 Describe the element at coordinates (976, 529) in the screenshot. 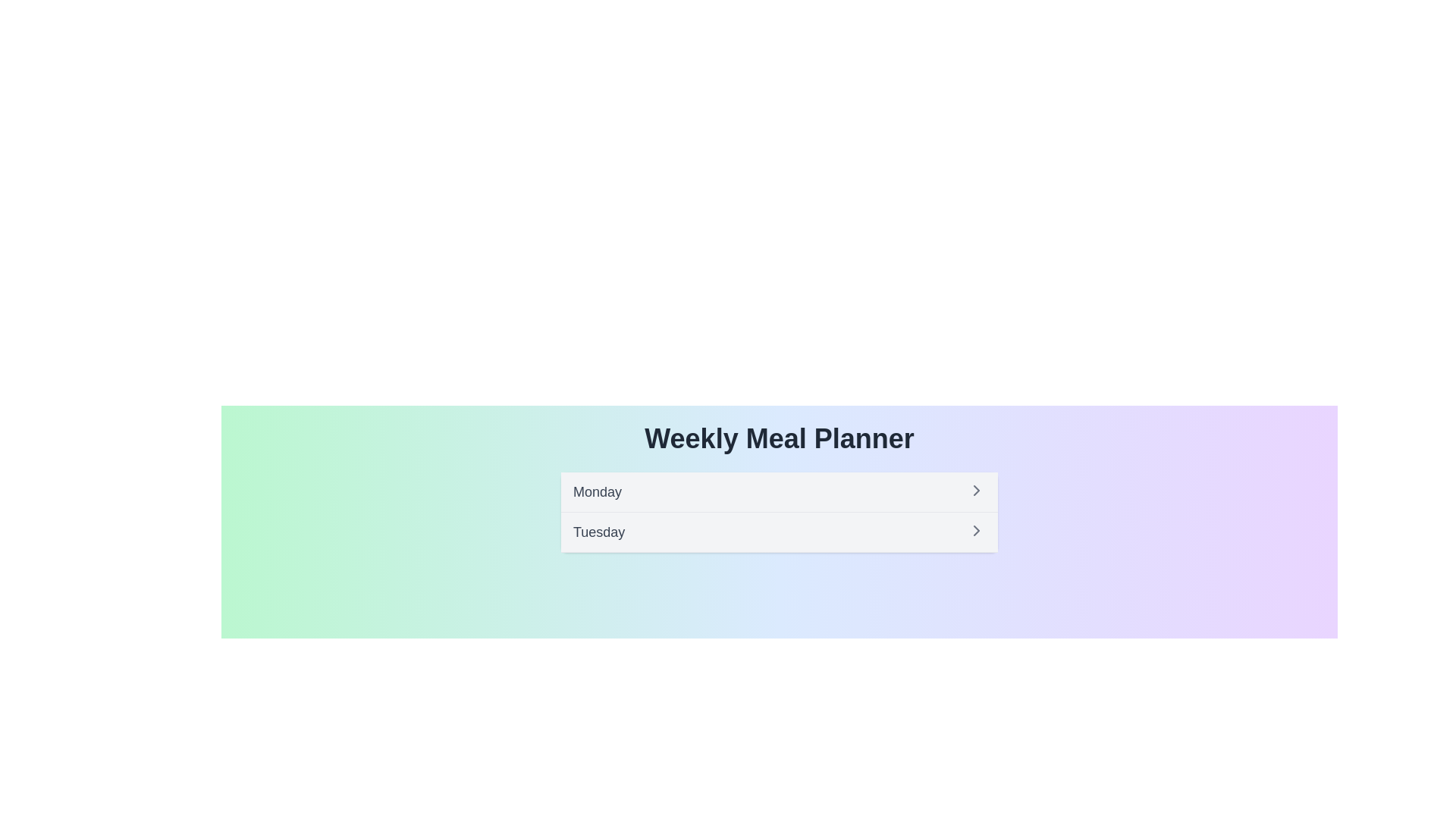

I see `the rightwards-pointing chevron icon associated with the 'Tuesday' item` at that location.